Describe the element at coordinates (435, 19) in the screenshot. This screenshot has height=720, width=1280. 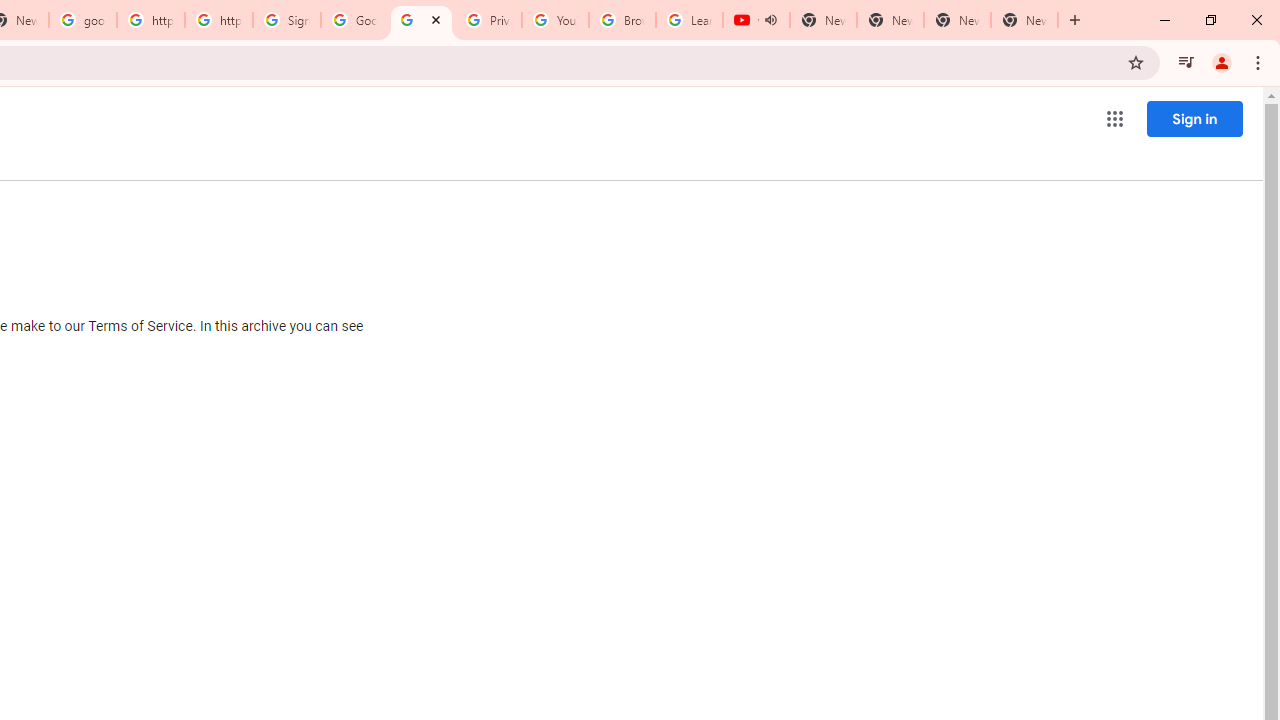
I see `'Close'` at that location.